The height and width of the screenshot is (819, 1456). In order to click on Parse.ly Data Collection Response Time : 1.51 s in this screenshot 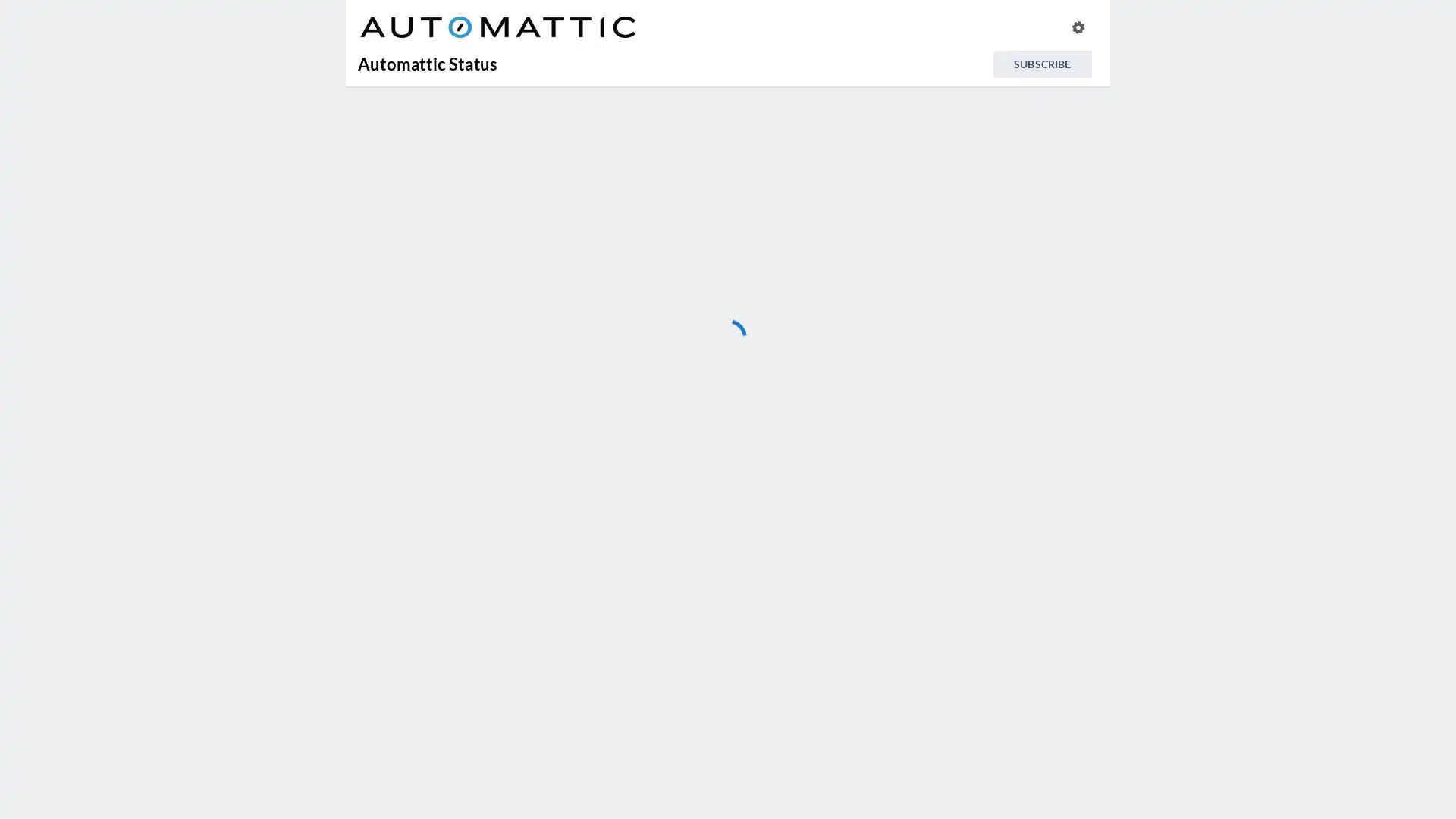, I will do `click(635, 717)`.